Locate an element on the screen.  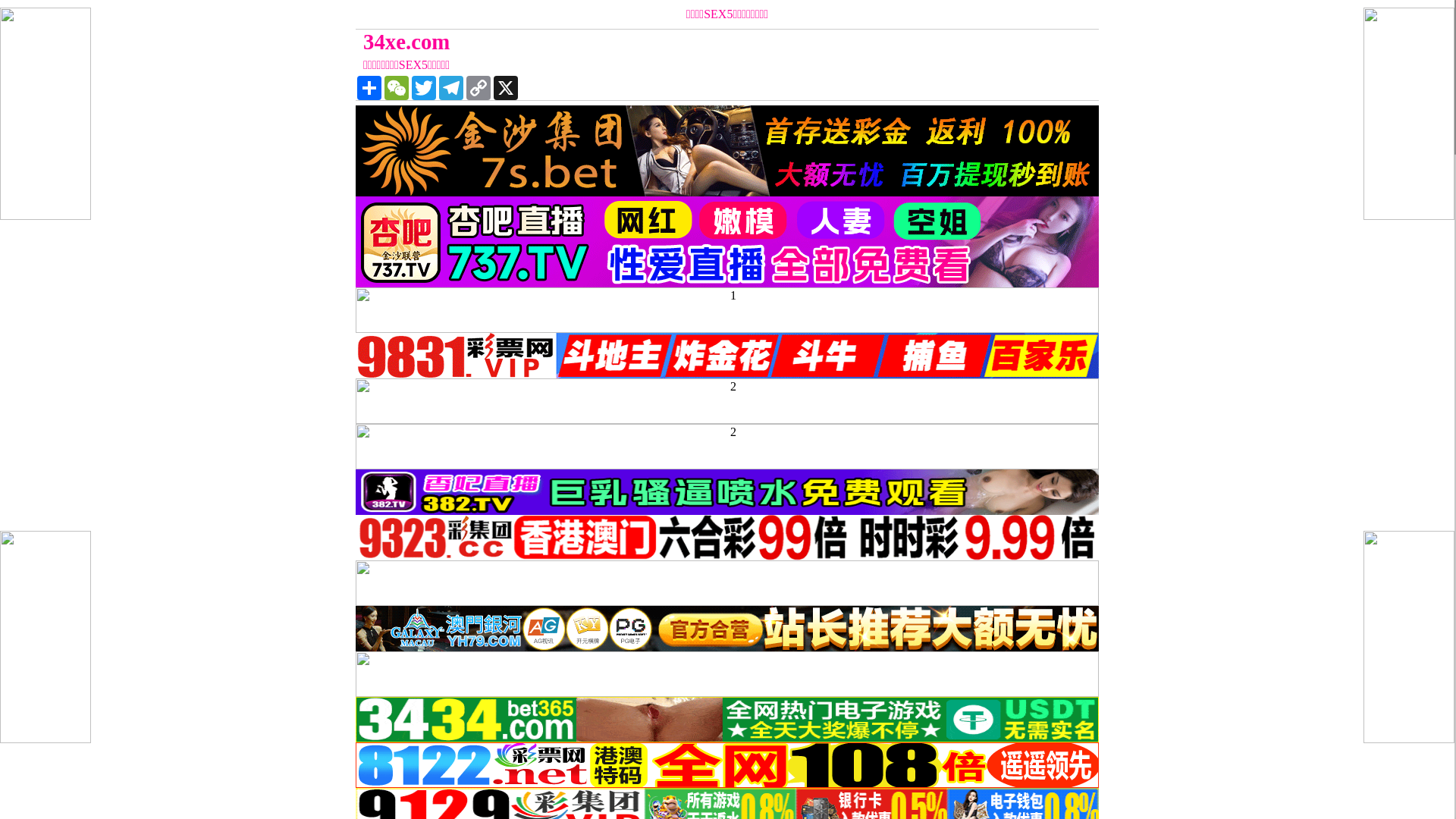
'Copy Link' is located at coordinates (477, 87).